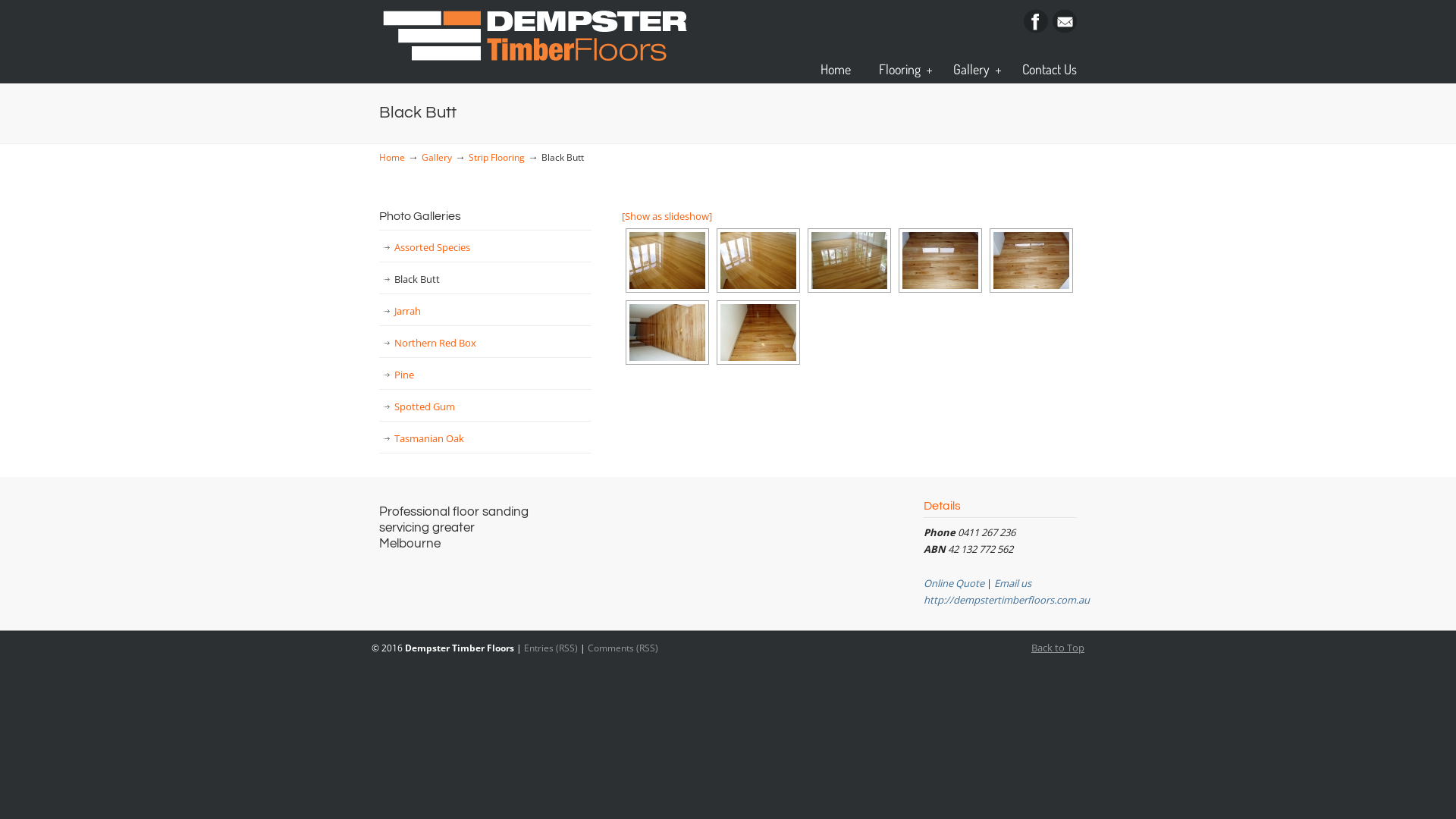 This screenshot has height=819, width=1456. Describe the element at coordinates (484, 406) in the screenshot. I see `'Spotted Gum'` at that location.